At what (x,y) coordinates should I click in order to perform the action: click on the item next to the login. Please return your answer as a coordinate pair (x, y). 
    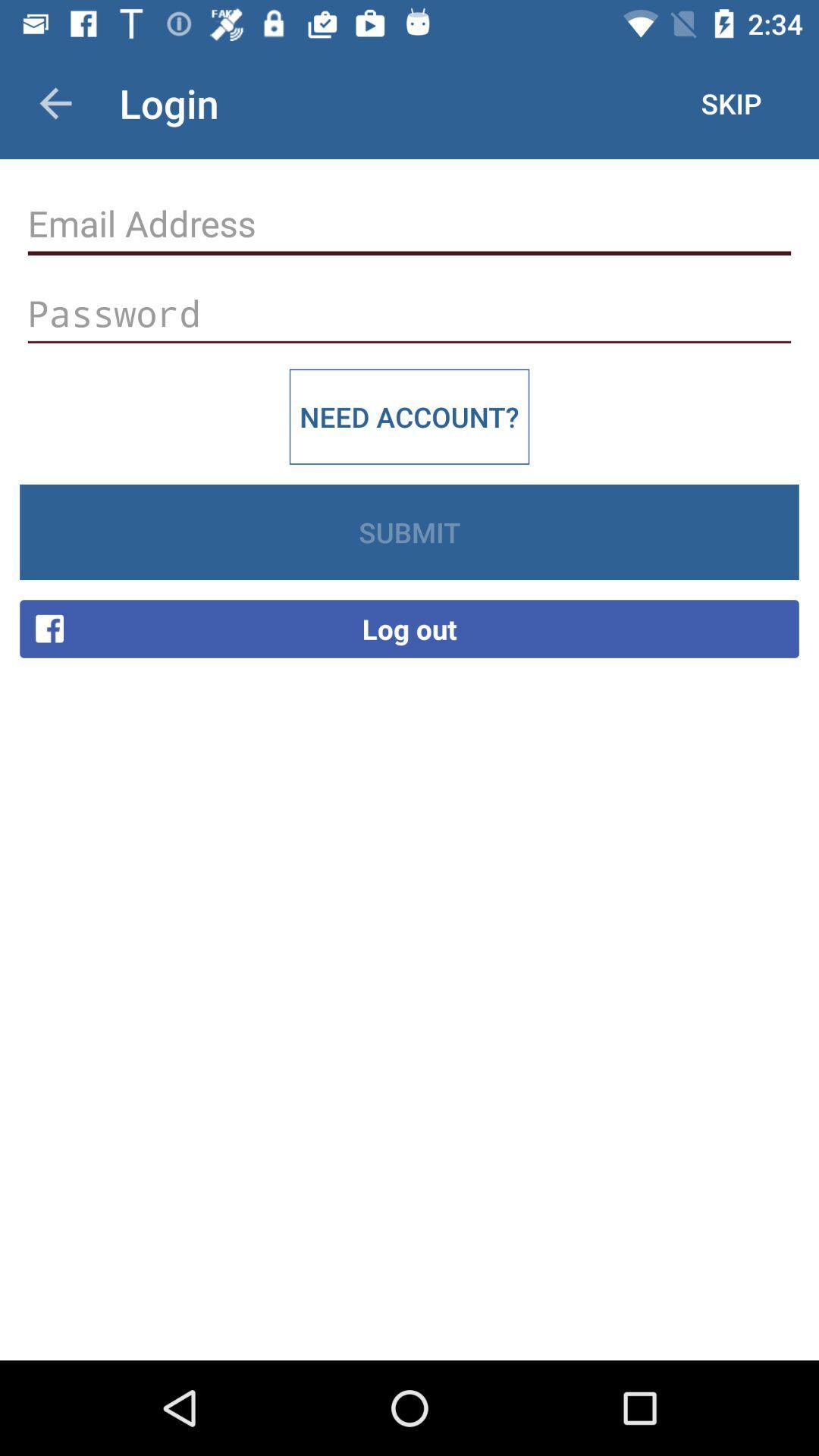
    Looking at the image, I should click on (730, 102).